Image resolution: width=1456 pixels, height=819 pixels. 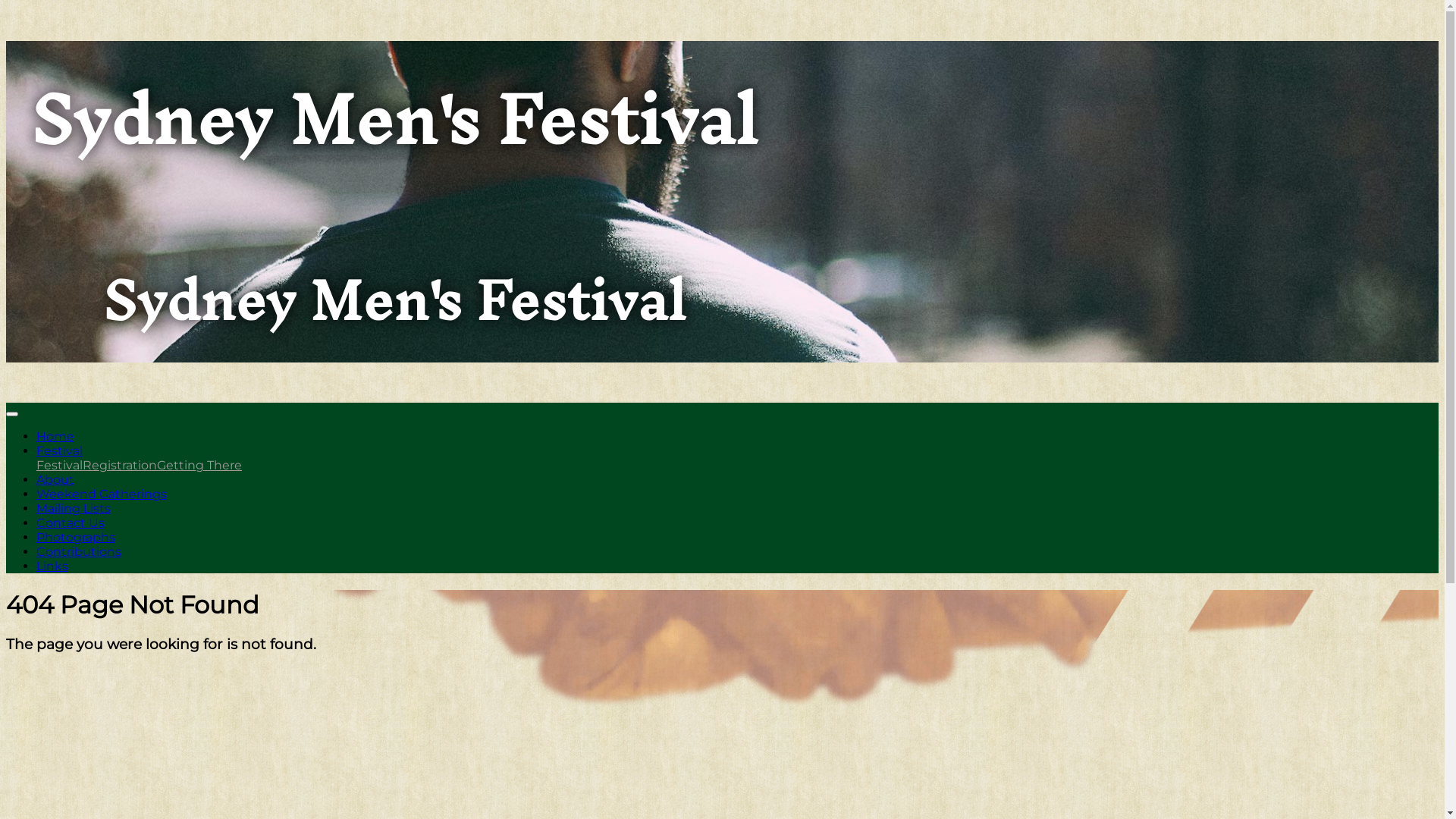 I want to click on 'Links', so click(x=52, y=566).